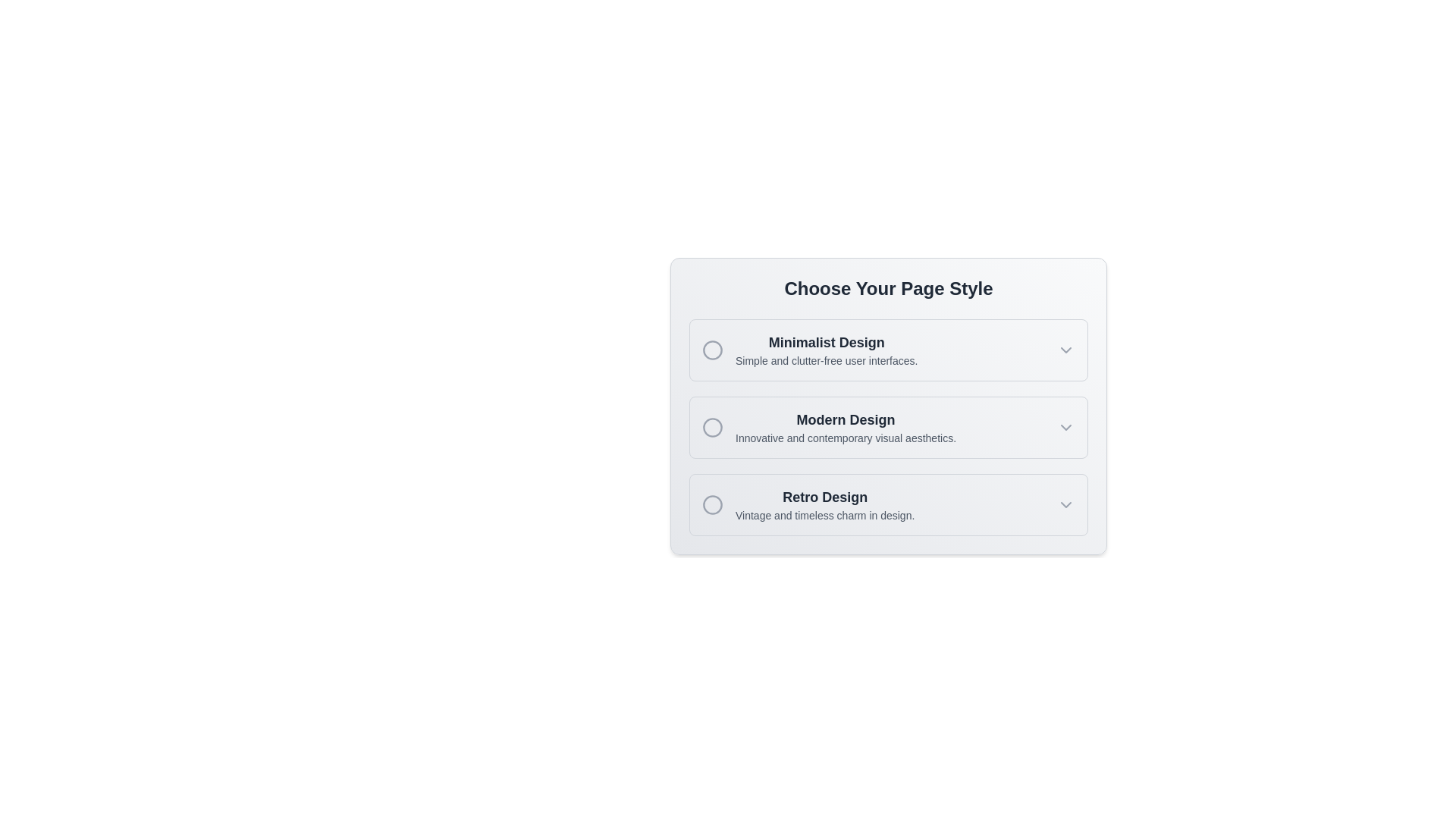  What do you see at coordinates (845, 438) in the screenshot?
I see `the static text element that reads 'Innovative and contemporary visual aesthetics.' located beneath the title 'Modern Design'` at bounding box center [845, 438].